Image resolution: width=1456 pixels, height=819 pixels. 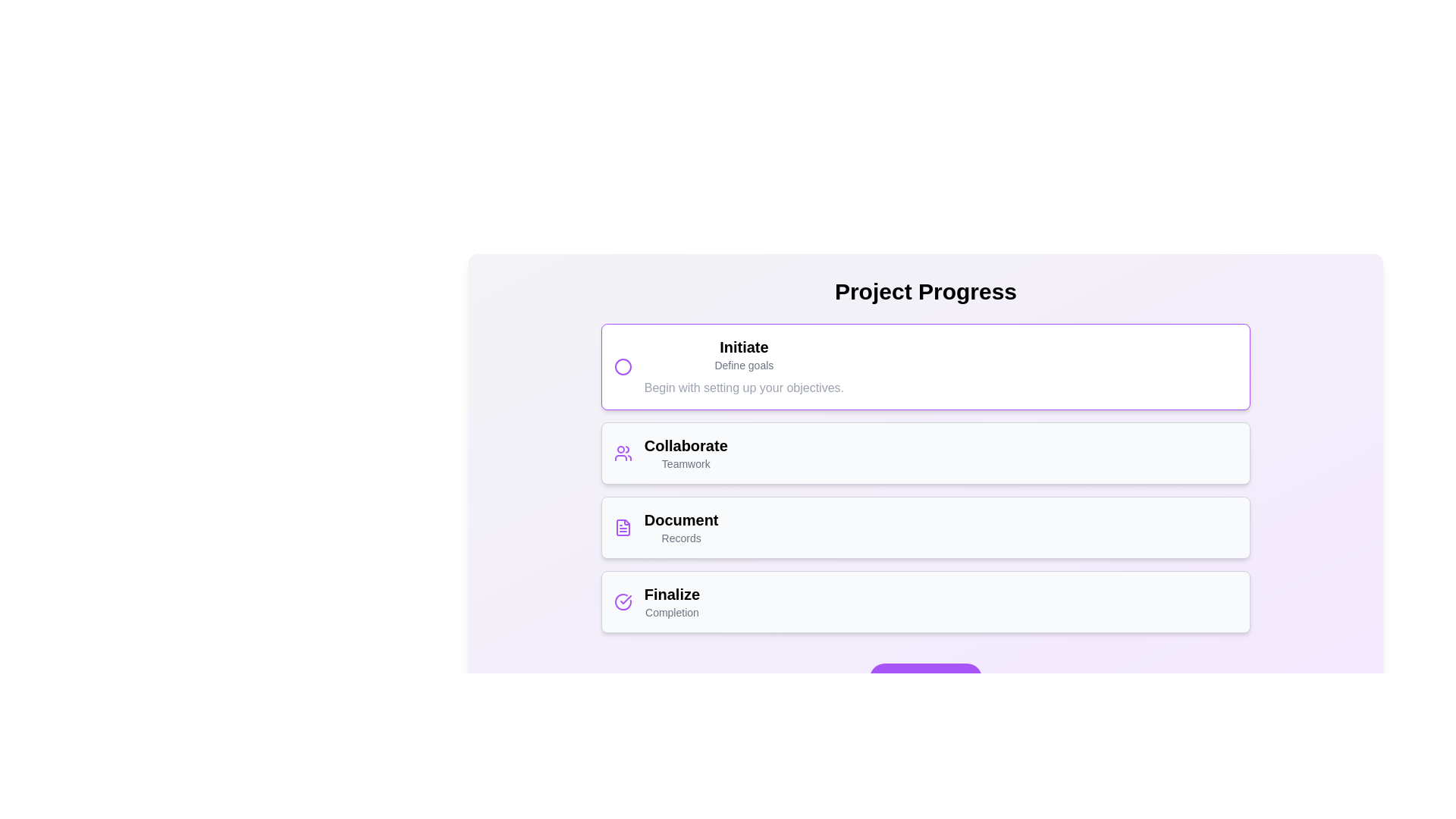 What do you see at coordinates (671, 611) in the screenshot?
I see `the secondary descriptive label below the title 'Finalize' on the card in the bottom section of the layout` at bounding box center [671, 611].